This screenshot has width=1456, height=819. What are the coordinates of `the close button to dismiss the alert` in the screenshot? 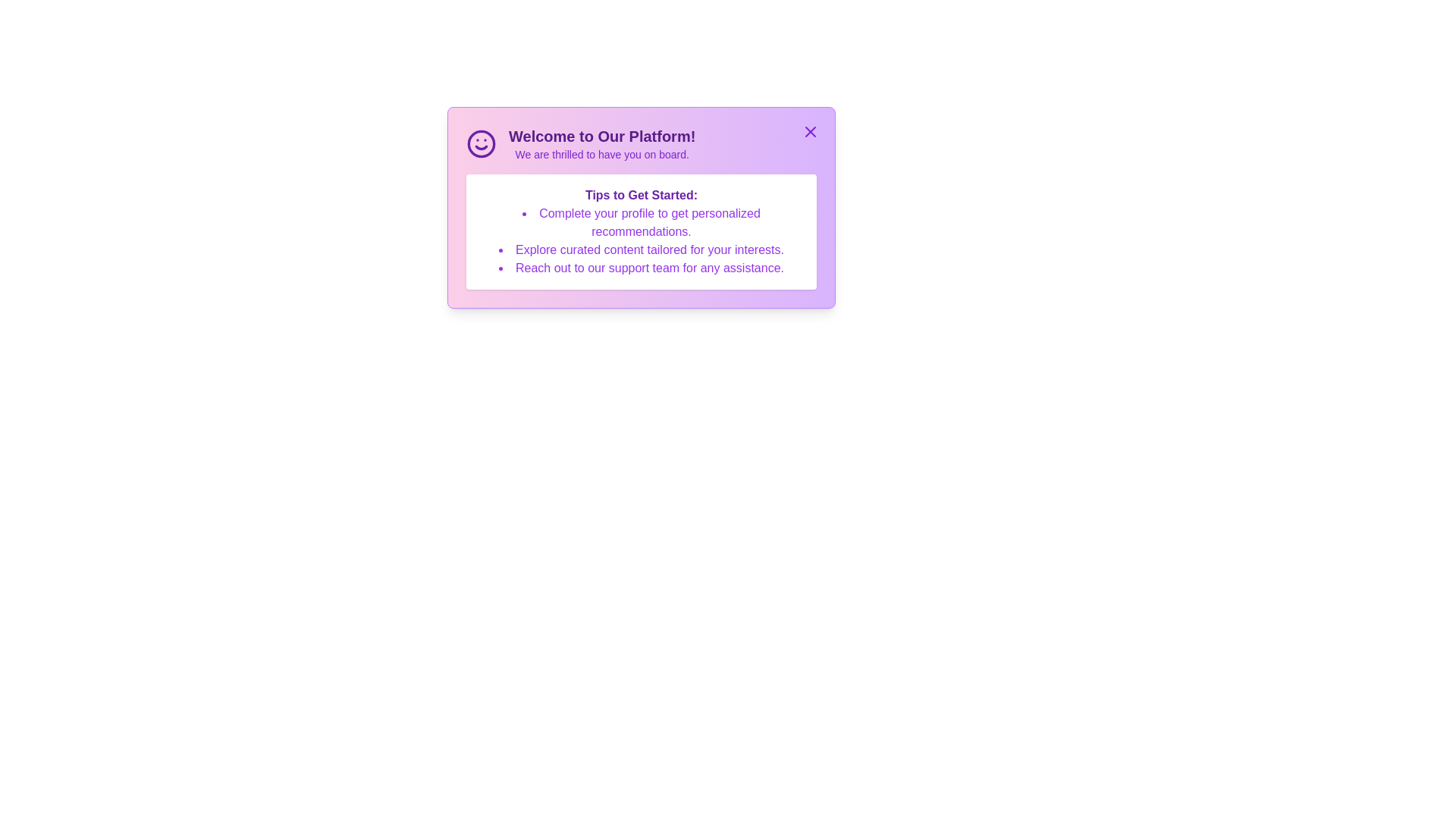 It's located at (810, 130).